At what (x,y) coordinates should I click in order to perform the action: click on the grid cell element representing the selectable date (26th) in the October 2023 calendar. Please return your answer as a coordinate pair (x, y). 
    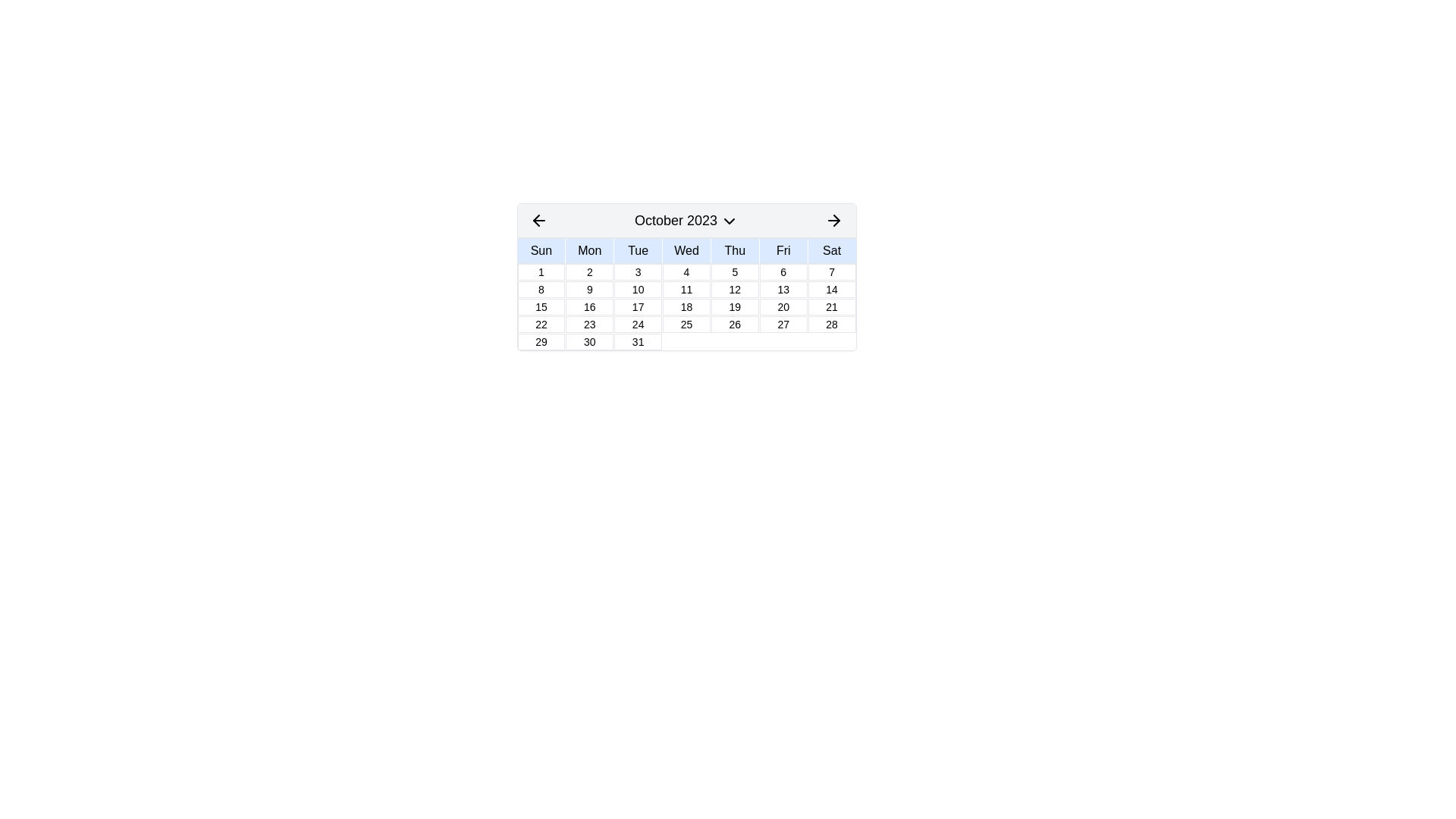
    Looking at the image, I should click on (735, 324).